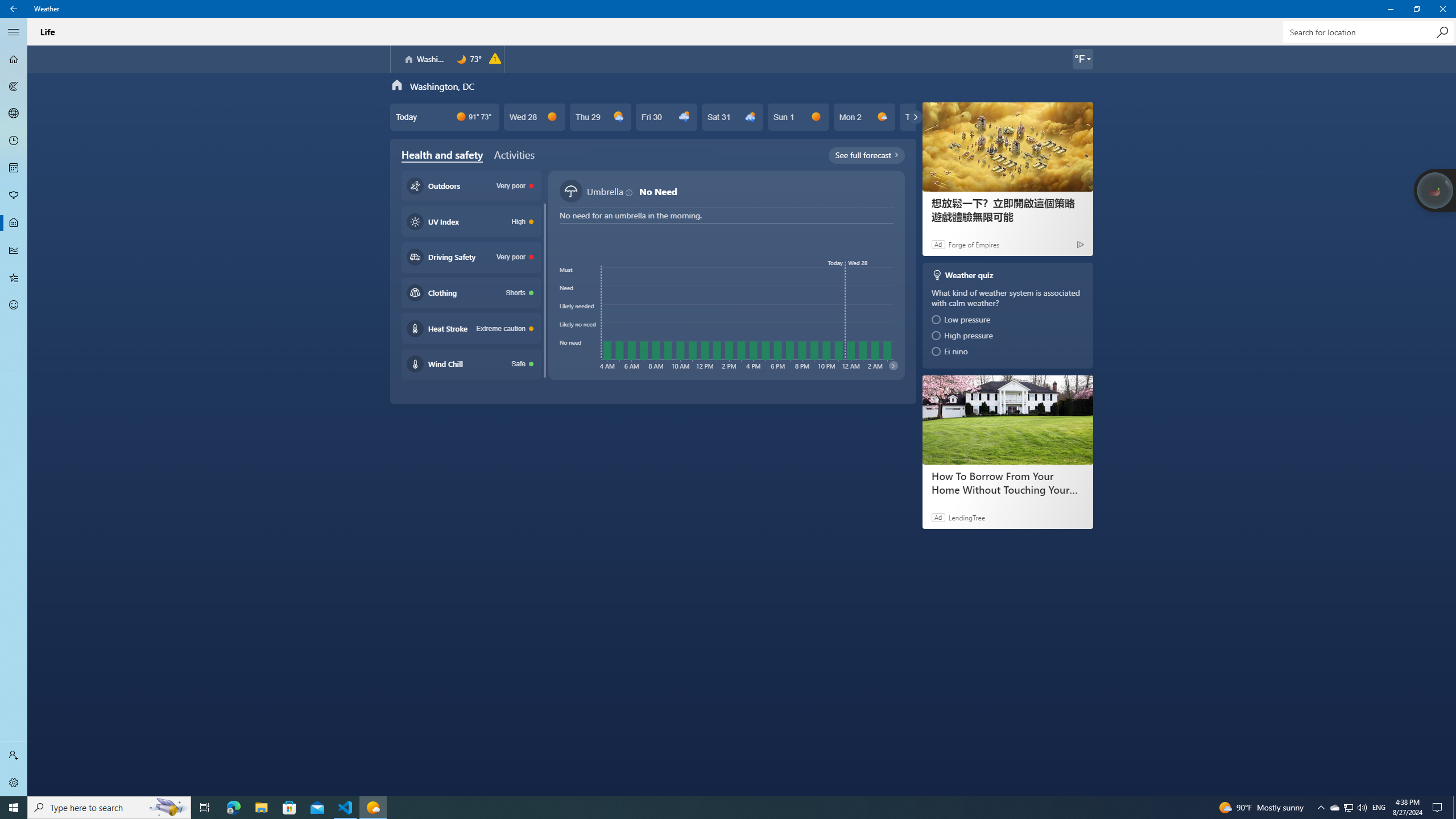 This screenshot has height=819, width=1456. Describe the element at coordinates (14, 196) in the screenshot. I see `'Pollen - Not Selected'` at that location.